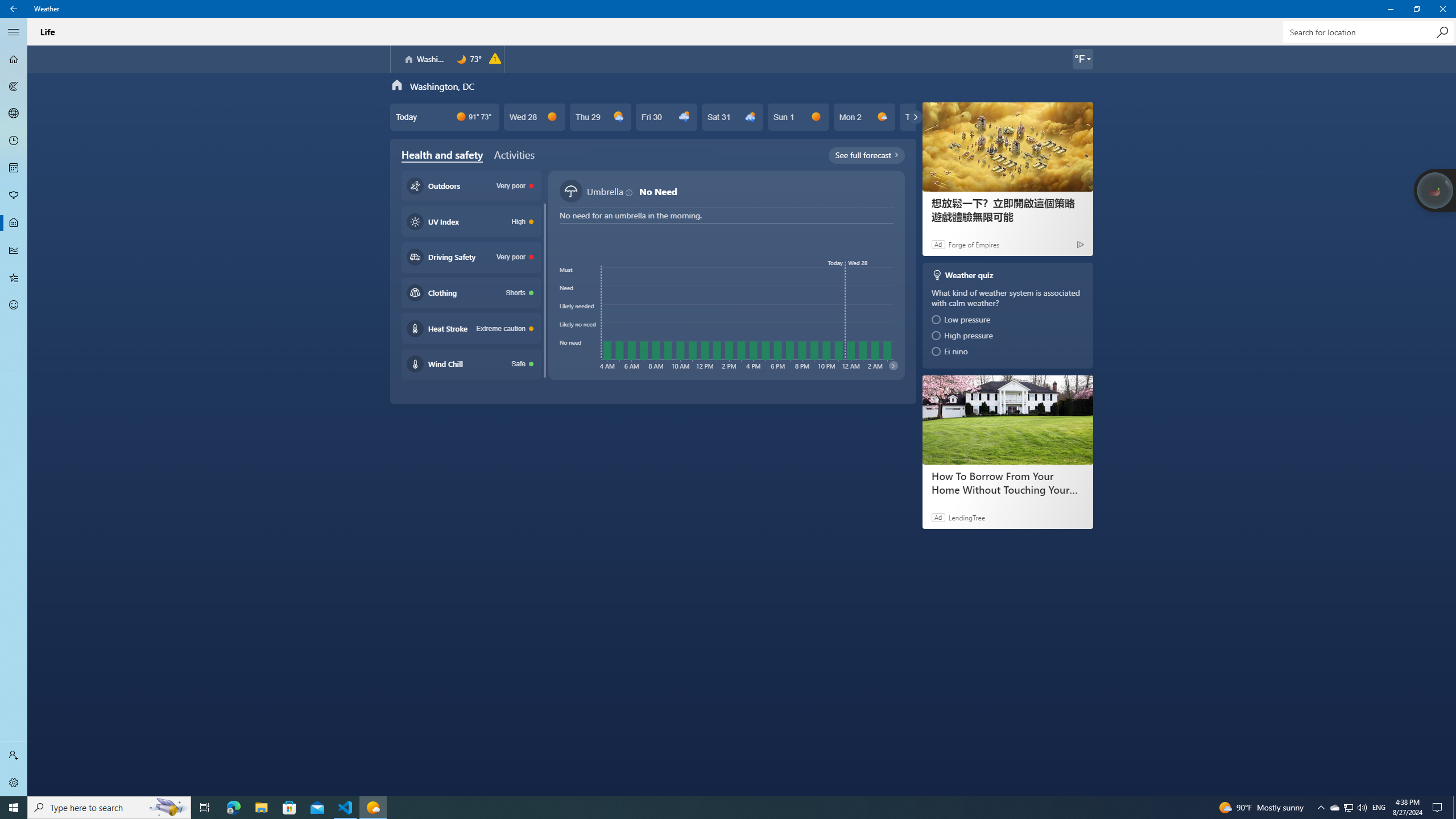 This screenshot has height=819, width=1456. Describe the element at coordinates (14, 196) in the screenshot. I see `'Pollen - Not Selected'` at that location.